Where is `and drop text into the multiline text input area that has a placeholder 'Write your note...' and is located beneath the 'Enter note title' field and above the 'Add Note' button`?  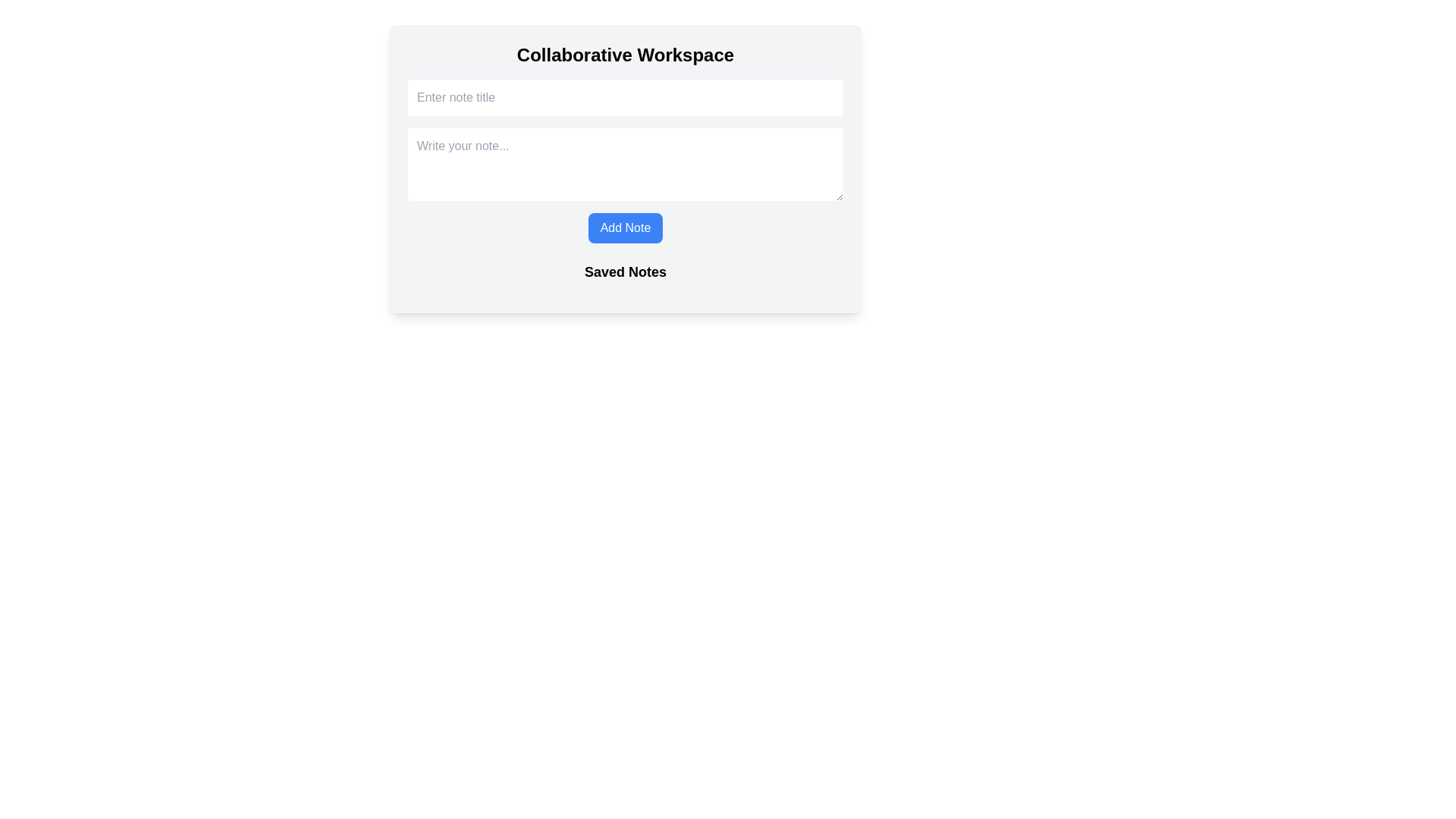
and drop text into the multiline text input area that has a placeholder 'Write your note...' and is located beneath the 'Enter note title' field and above the 'Add Note' button is located at coordinates (626, 164).